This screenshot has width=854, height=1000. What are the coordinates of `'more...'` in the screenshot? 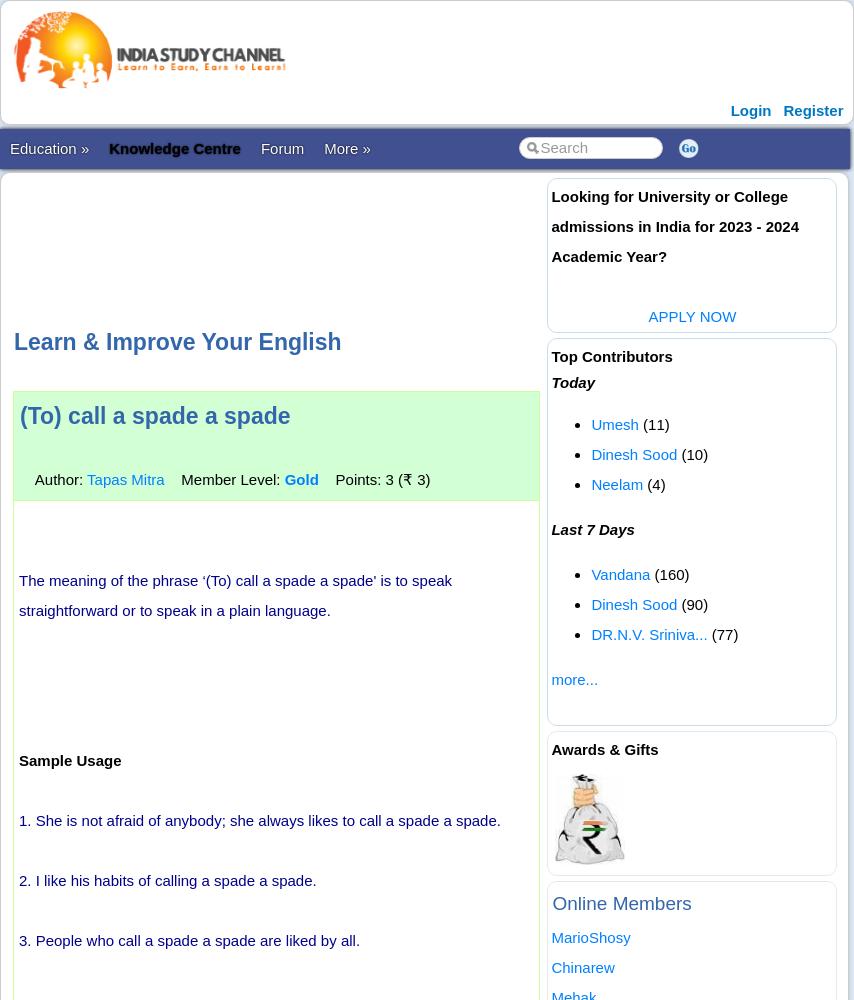 It's located at (573, 678).